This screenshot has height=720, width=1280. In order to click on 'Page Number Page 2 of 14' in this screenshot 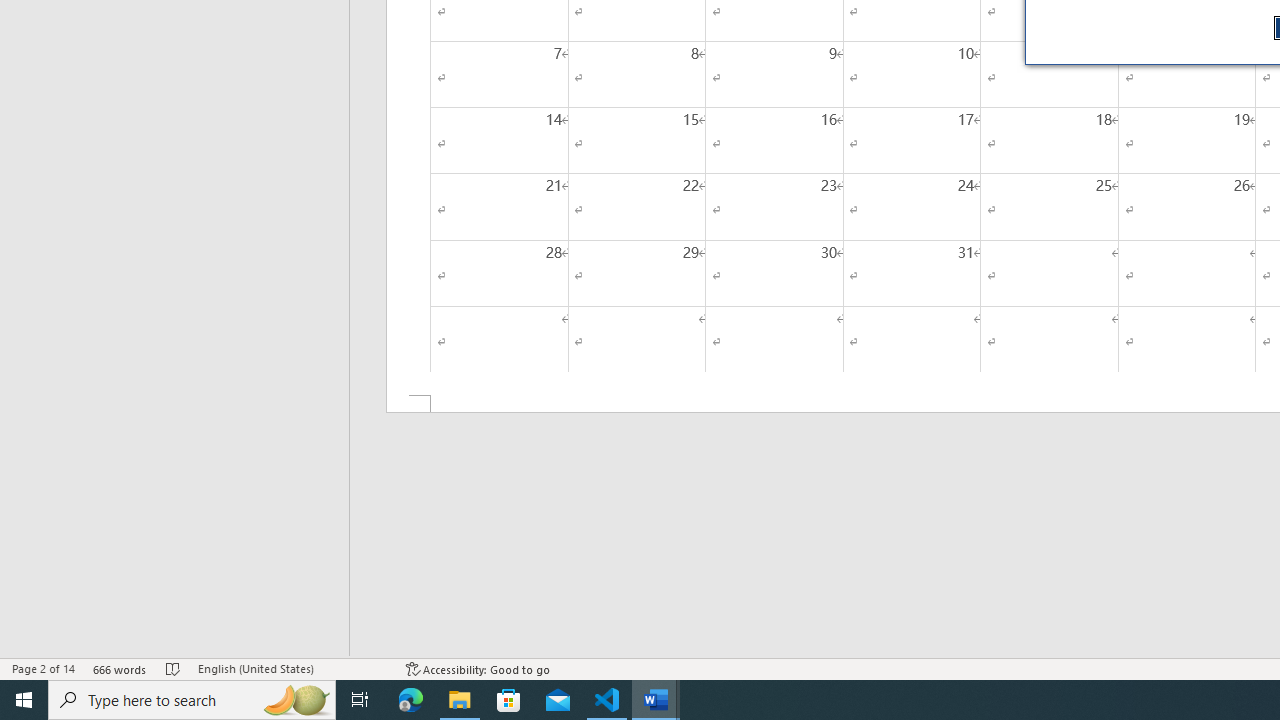, I will do `click(43, 669)`.